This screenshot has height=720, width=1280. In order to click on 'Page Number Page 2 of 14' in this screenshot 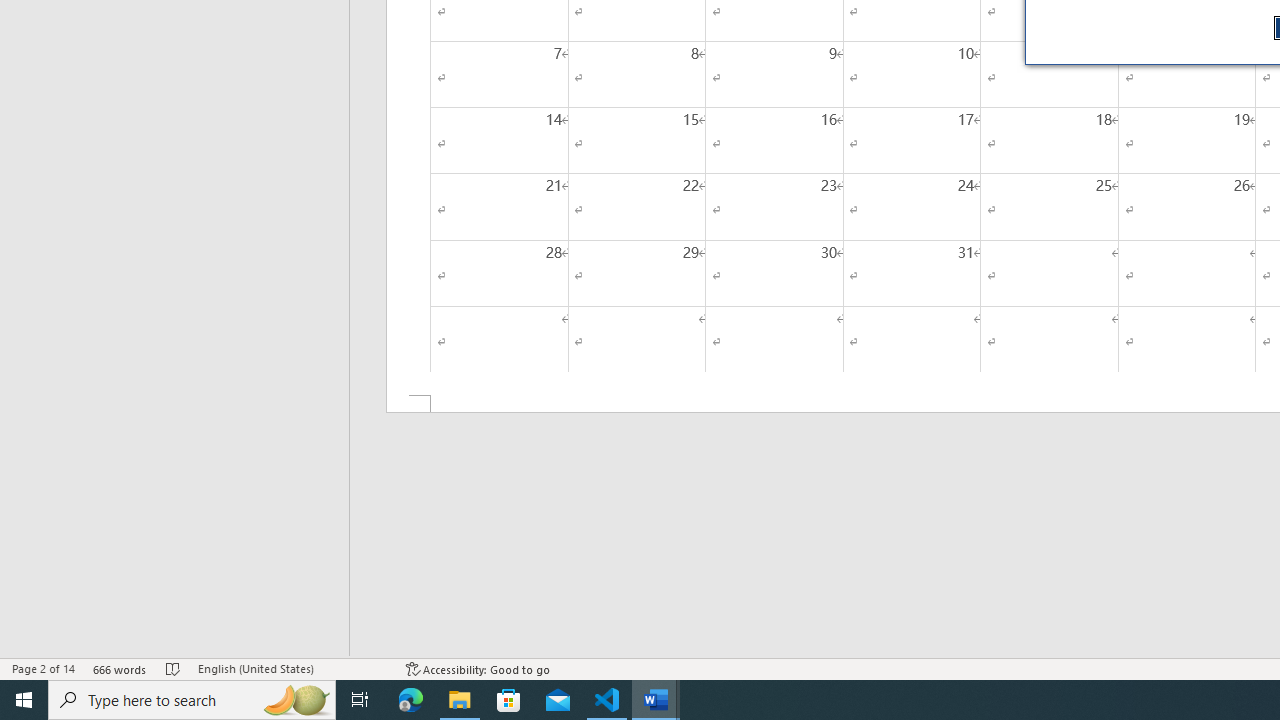, I will do `click(43, 669)`.